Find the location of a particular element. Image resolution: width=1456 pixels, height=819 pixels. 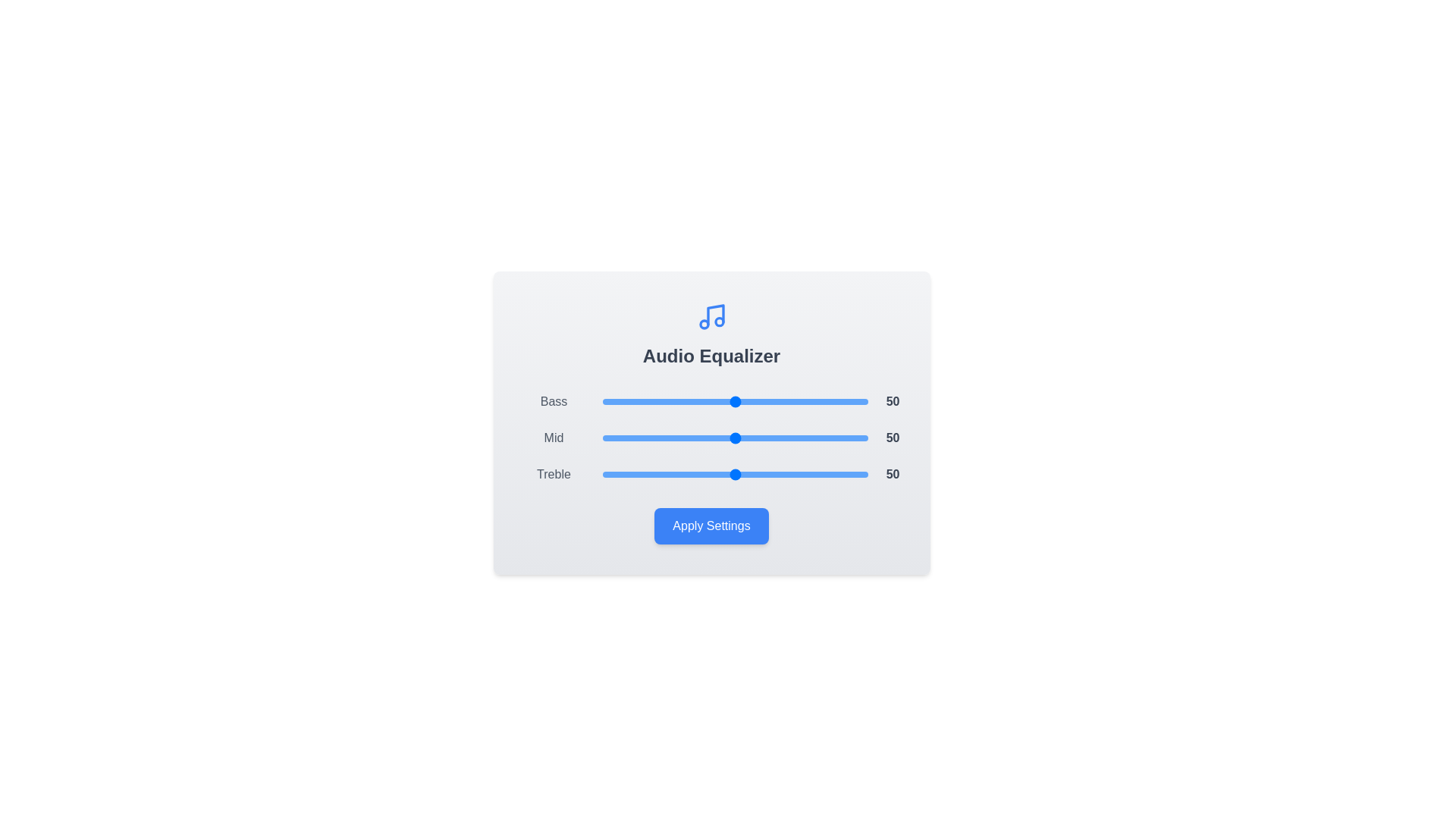

the Treble slider to 37 is located at coordinates (700, 473).